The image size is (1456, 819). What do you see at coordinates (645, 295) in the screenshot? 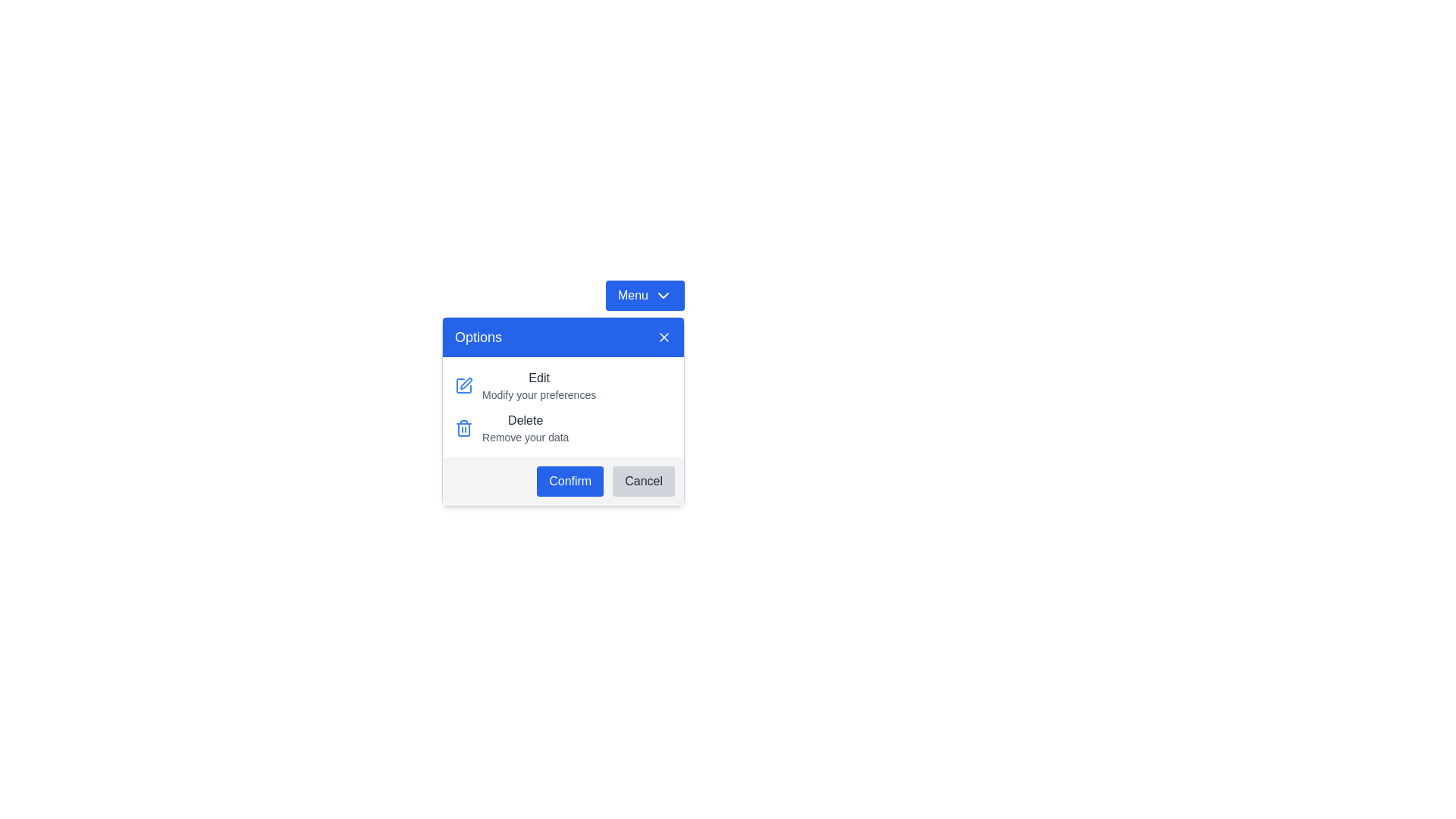
I see `the blue rectangular button labeled 'Menu' with a downward-facing arrow icon` at bounding box center [645, 295].